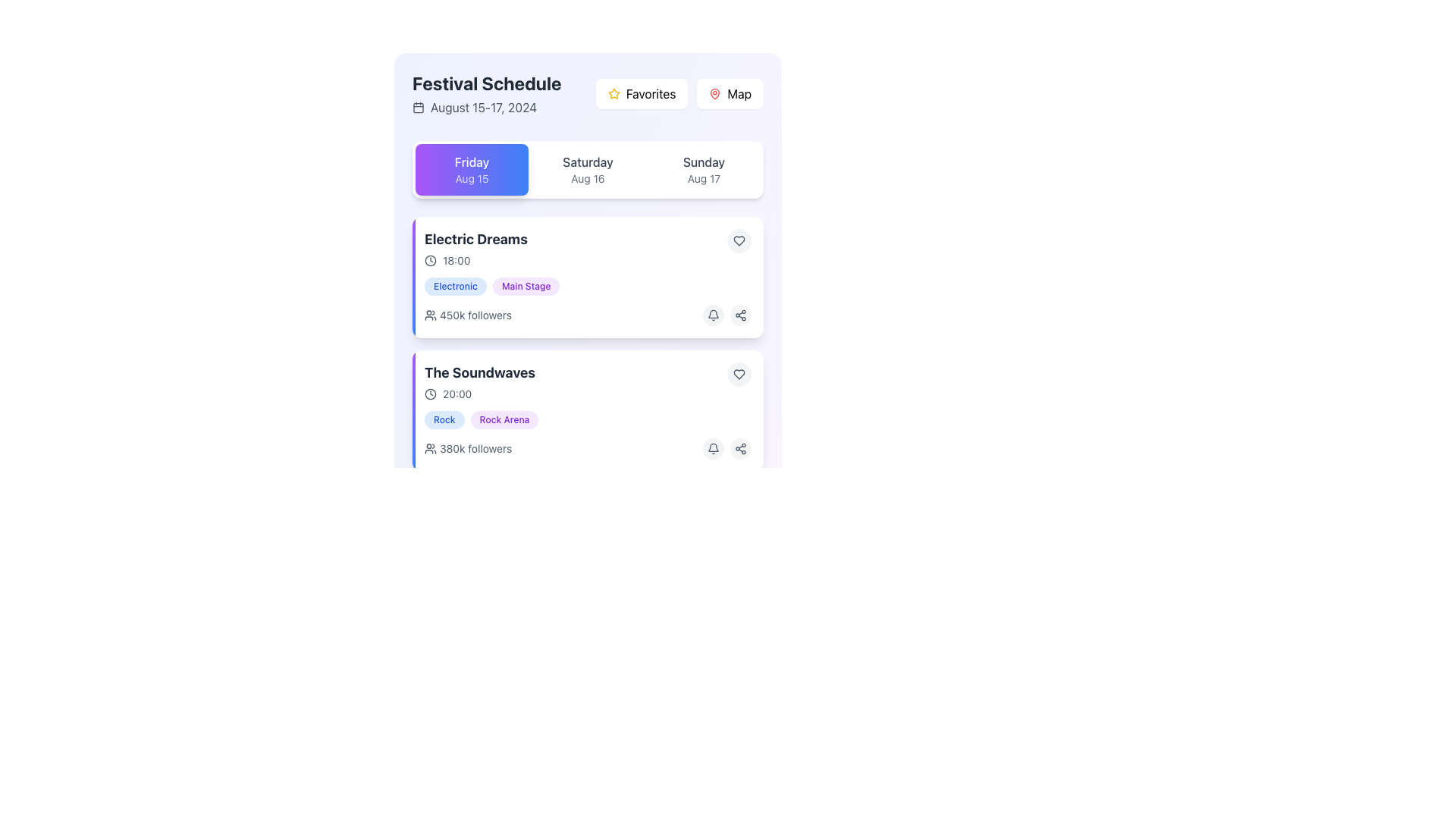 The image size is (1456, 819). Describe the element at coordinates (739, 374) in the screenshot. I see `the 'favorite' button for the event 'The Soundwaves'` at that location.